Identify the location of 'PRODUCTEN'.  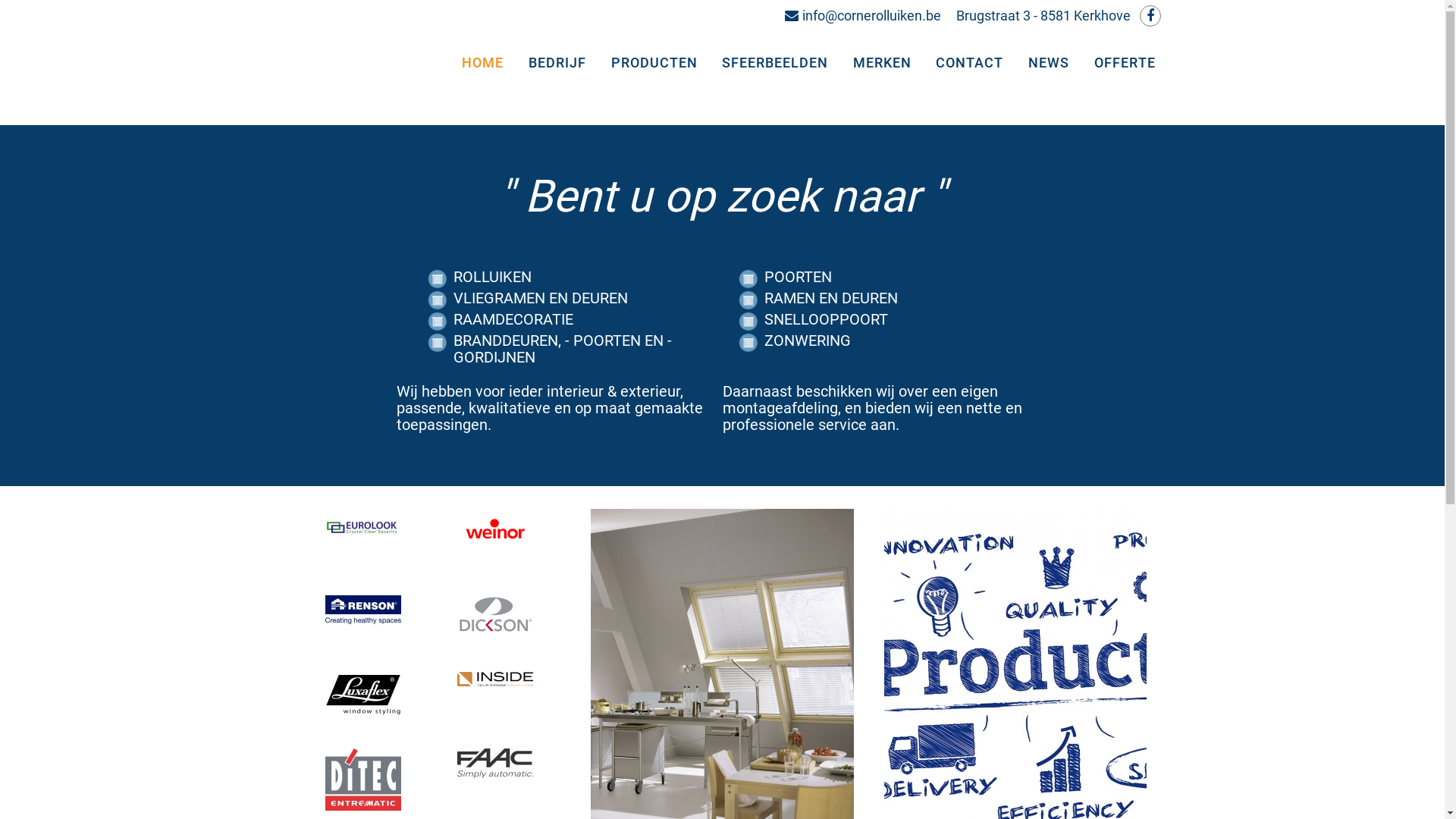
(656, 62).